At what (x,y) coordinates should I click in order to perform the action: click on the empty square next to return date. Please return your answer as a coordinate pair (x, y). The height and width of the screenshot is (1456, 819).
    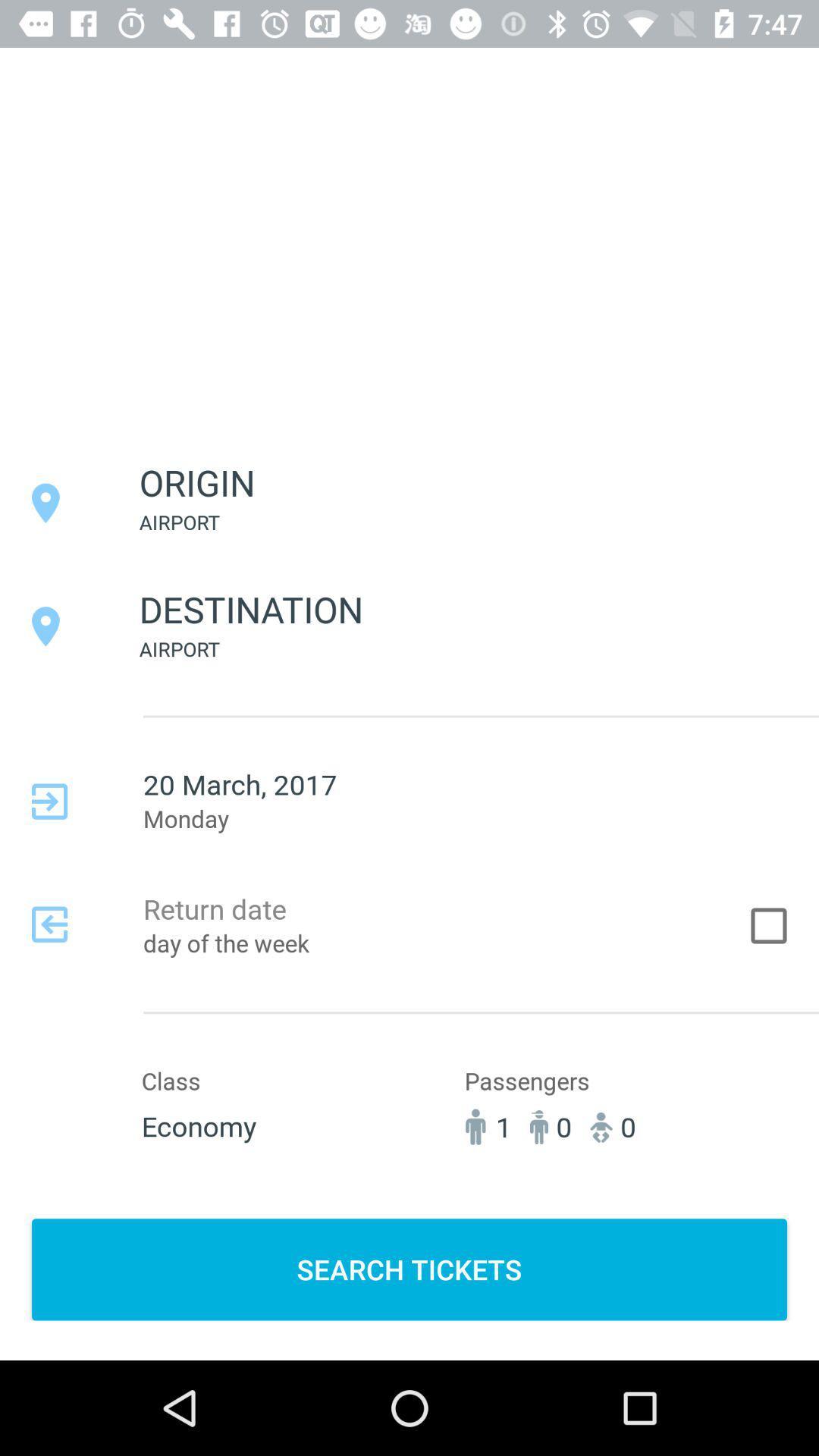
    Looking at the image, I should click on (769, 924).